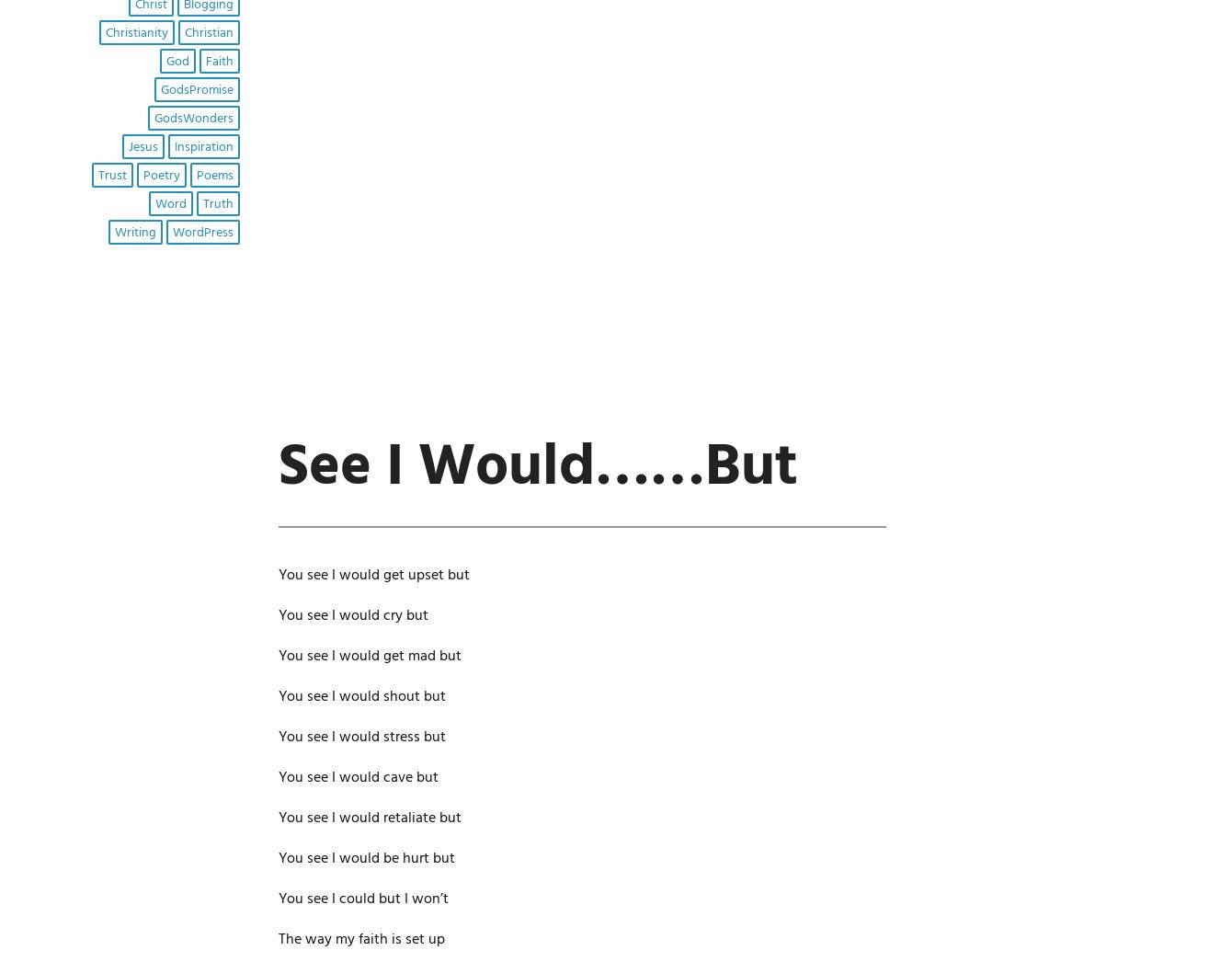 The image size is (1232, 962). Describe the element at coordinates (361, 737) in the screenshot. I see `'You see I would stress but'` at that location.